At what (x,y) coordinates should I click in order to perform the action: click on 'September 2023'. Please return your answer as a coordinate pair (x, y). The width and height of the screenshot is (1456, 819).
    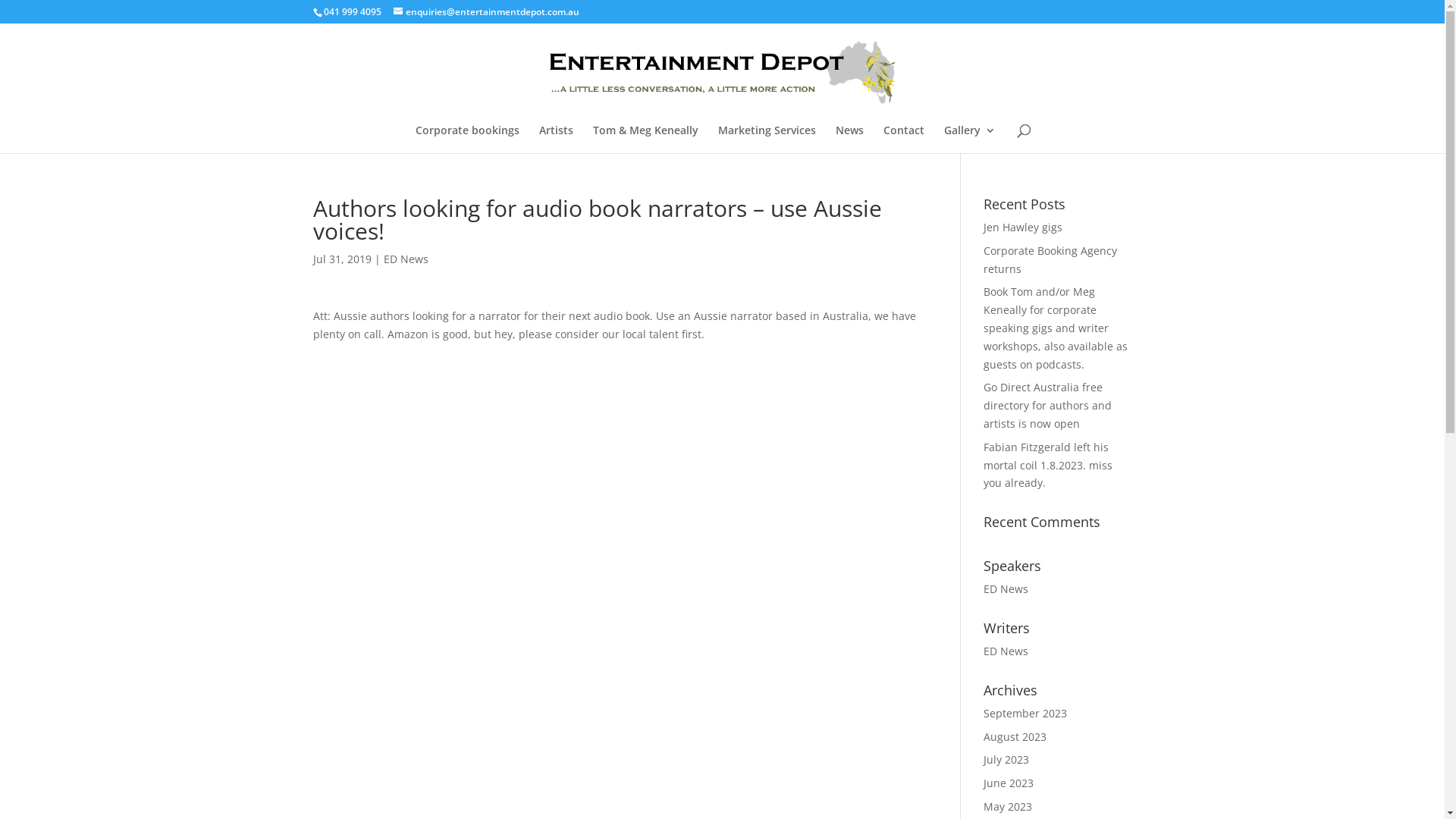
    Looking at the image, I should click on (1025, 713).